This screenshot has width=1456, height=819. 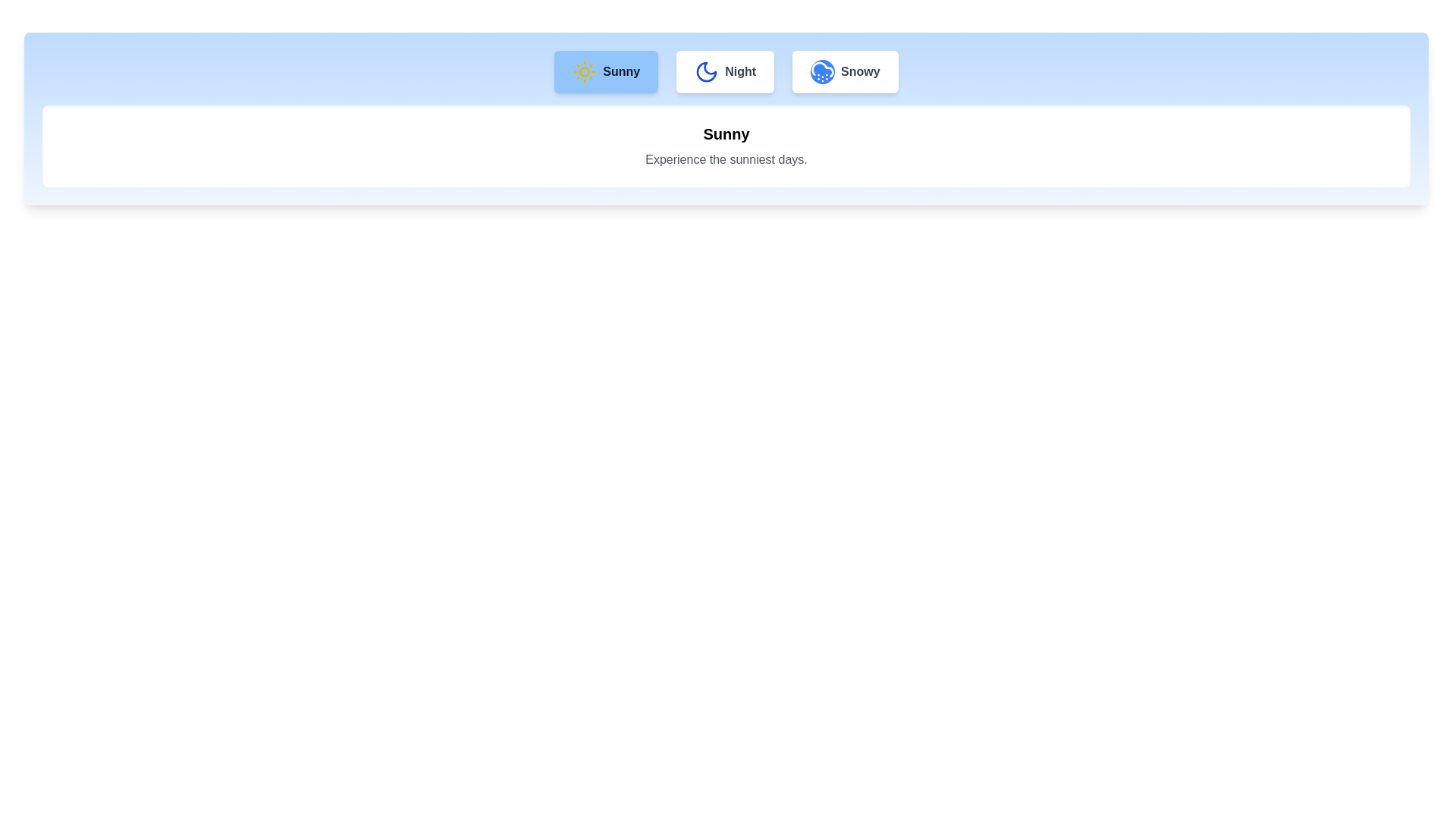 What do you see at coordinates (724, 72) in the screenshot?
I see `the Night tab by clicking on its button` at bounding box center [724, 72].